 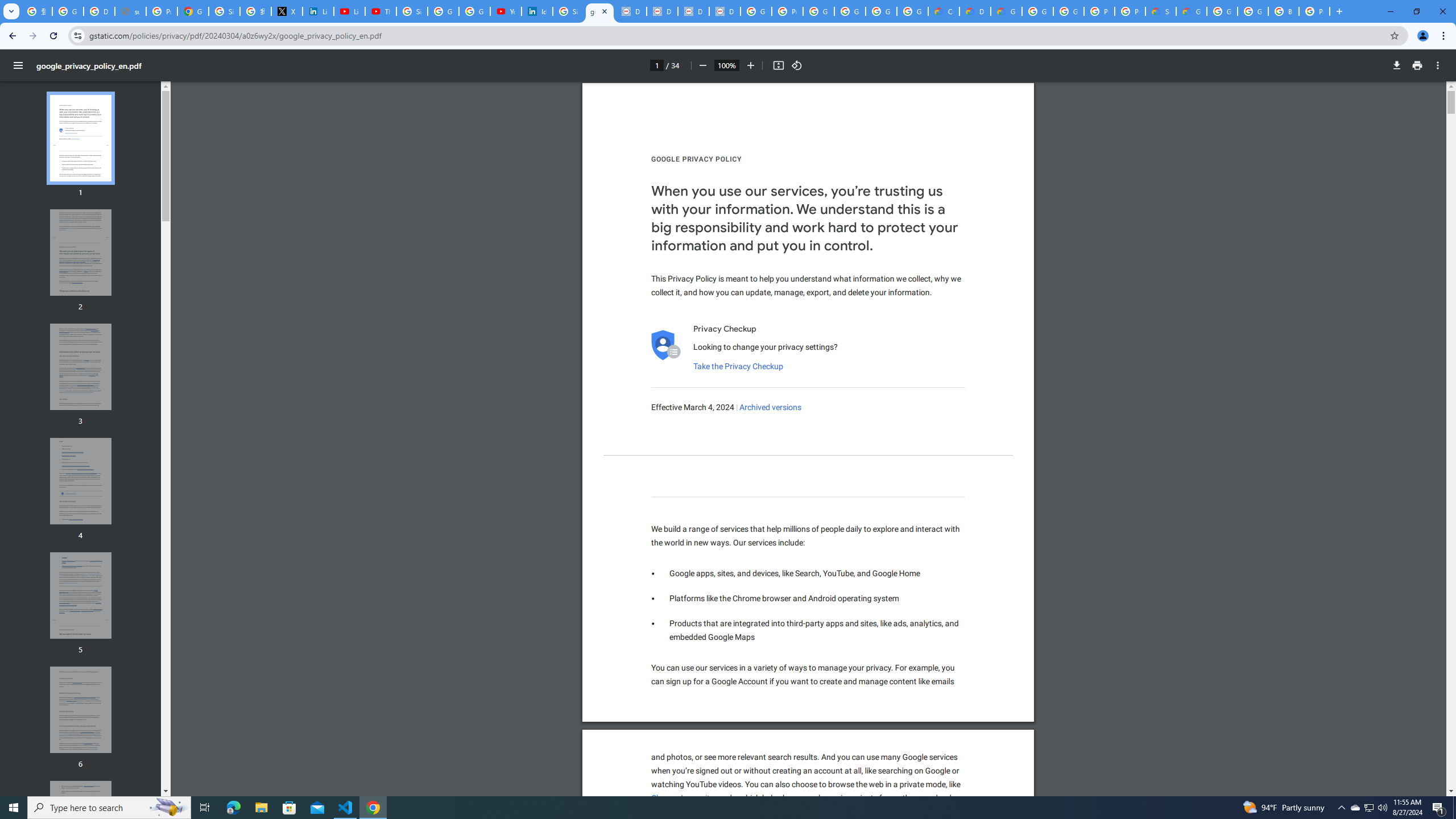 What do you see at coordinates (656, 65) in the screenshot?
I see `'Page number'` at bounding box center [656, 65].